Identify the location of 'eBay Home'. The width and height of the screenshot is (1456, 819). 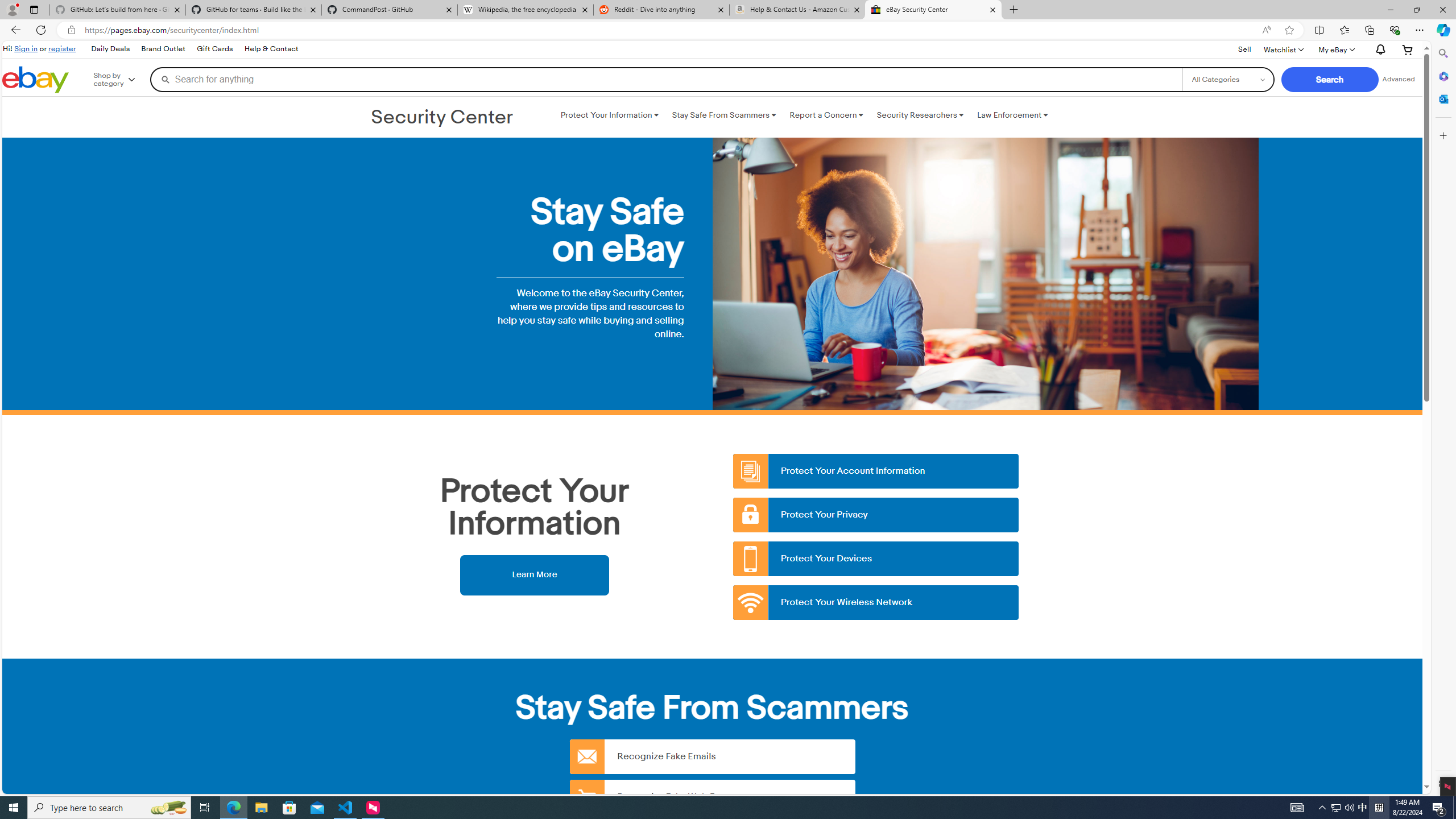
(35, 79).